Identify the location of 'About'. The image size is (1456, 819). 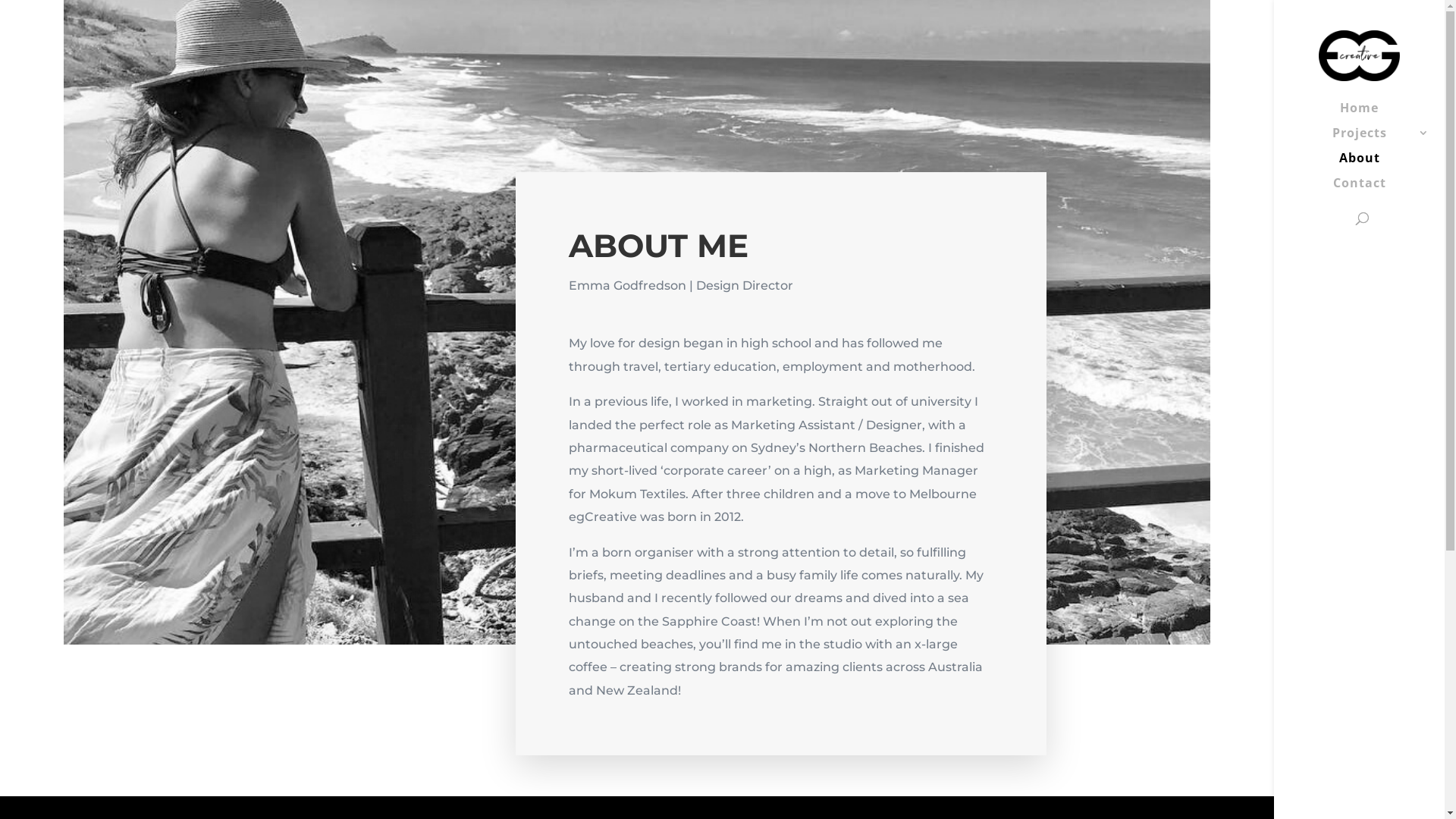
(1374, 165).